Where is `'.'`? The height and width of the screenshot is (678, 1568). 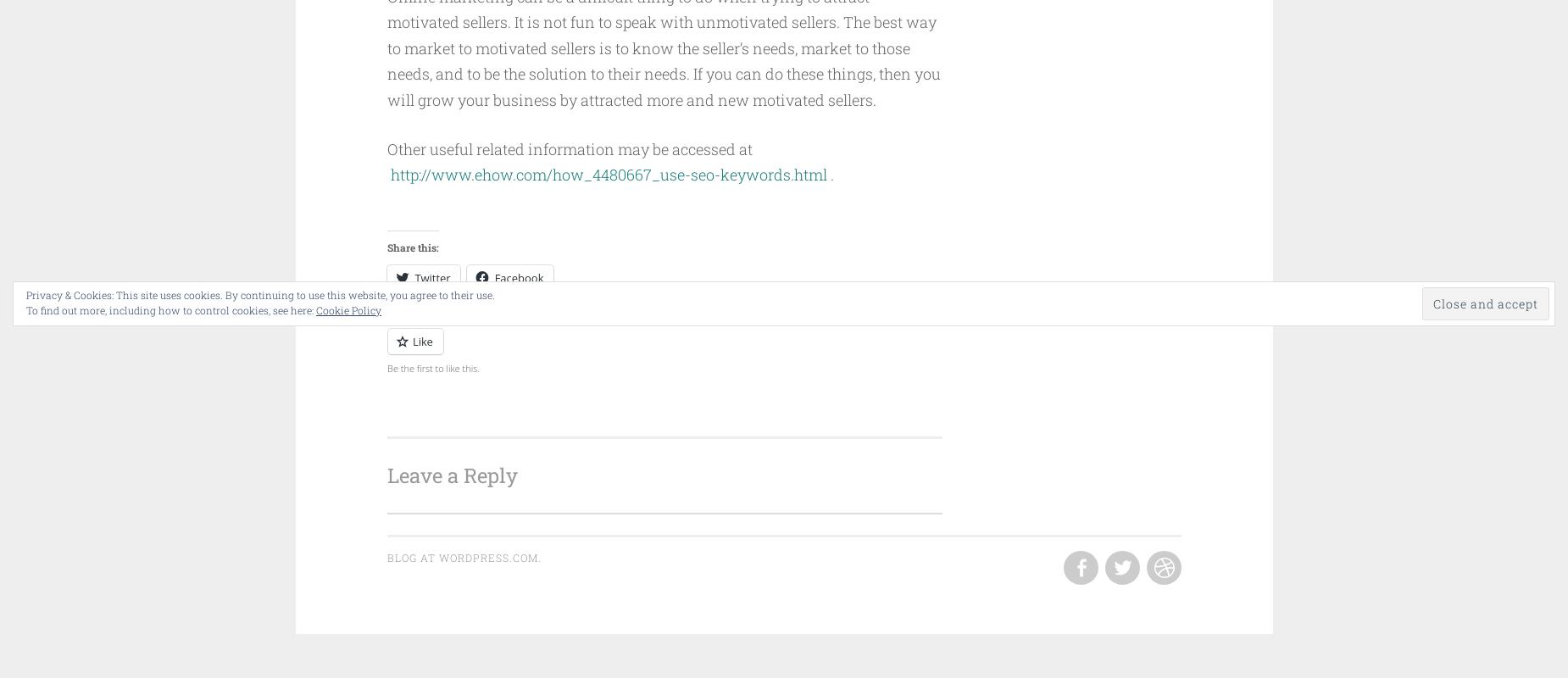 '.' is located at coordinates (829, 175).